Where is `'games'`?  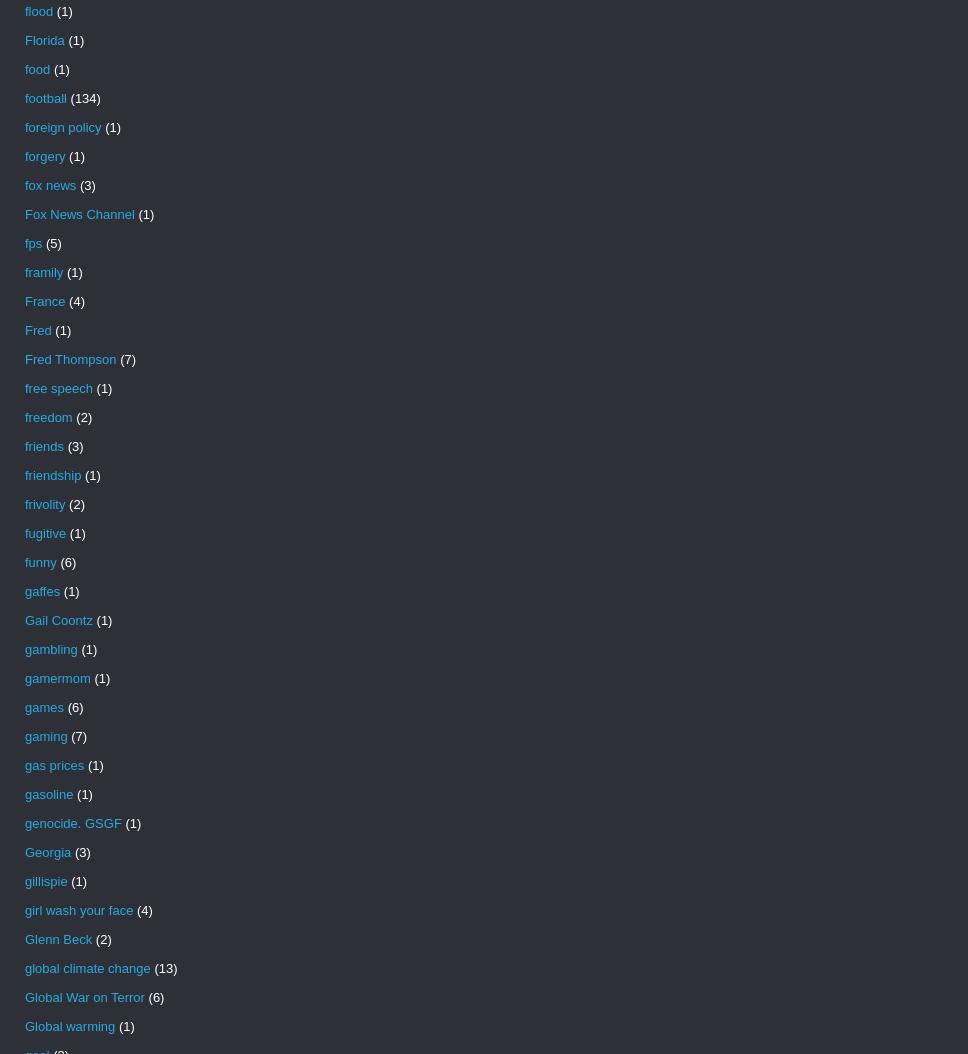
'games' is located at coordinates (43, 706).